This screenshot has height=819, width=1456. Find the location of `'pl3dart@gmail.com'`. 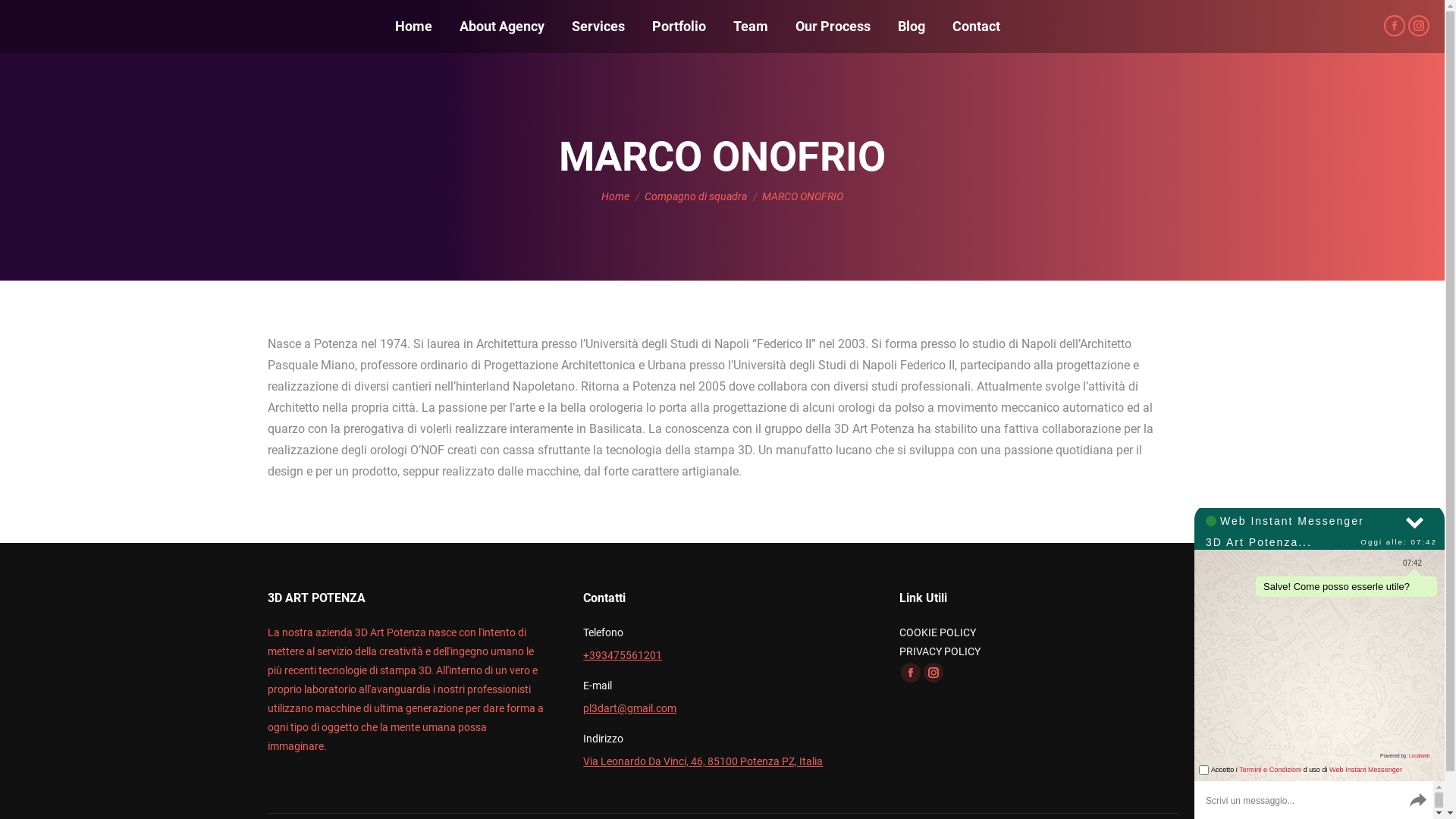

'pl3dart@gmail.com' is located at coordinates (629, 708).